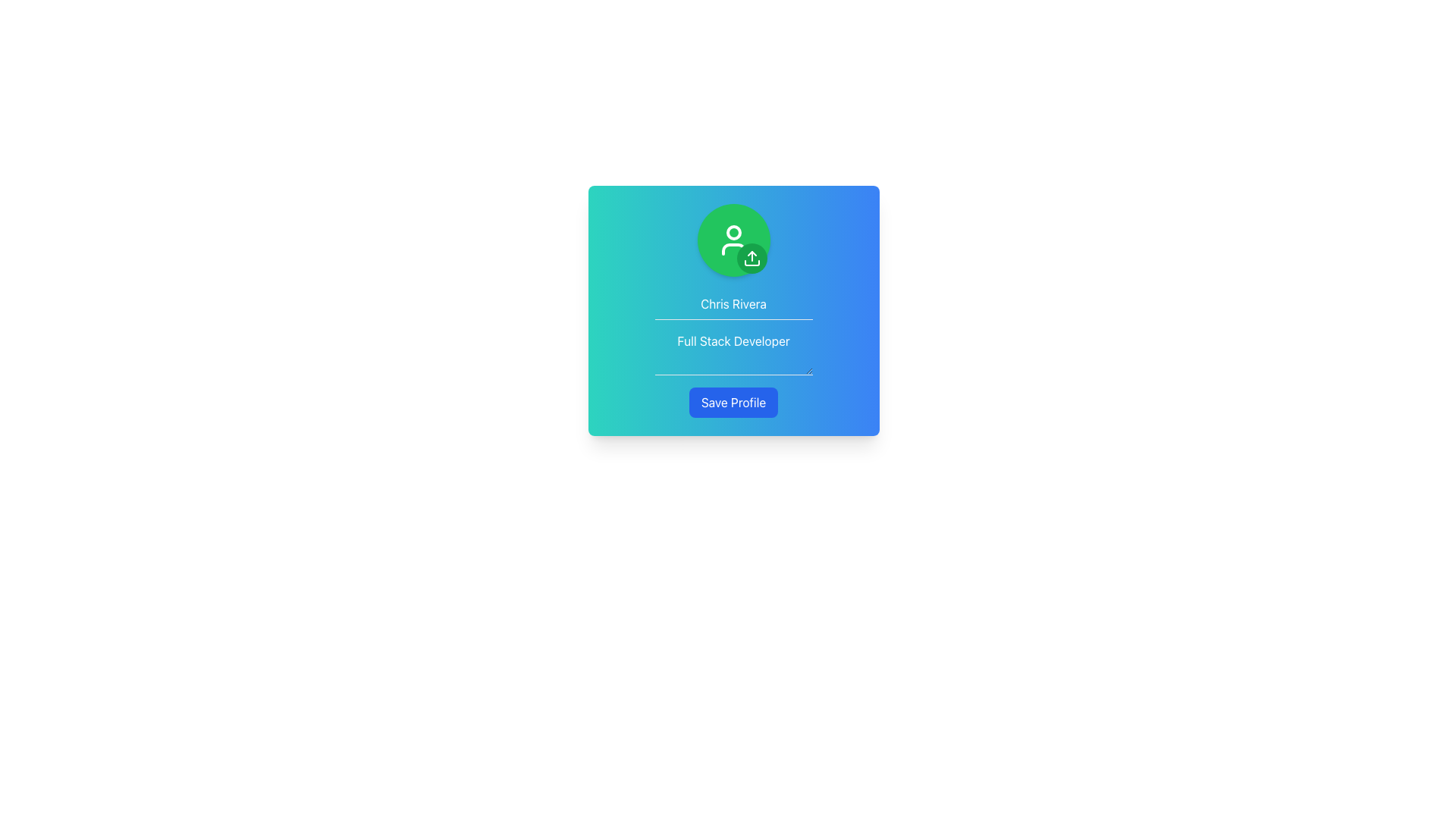 The image size is (1456, 819). I want to click on the upload icon located in the bottom-right of the green circular profile picture element, which contains a white user icon, to initiate picture upload, so click(733, 239).